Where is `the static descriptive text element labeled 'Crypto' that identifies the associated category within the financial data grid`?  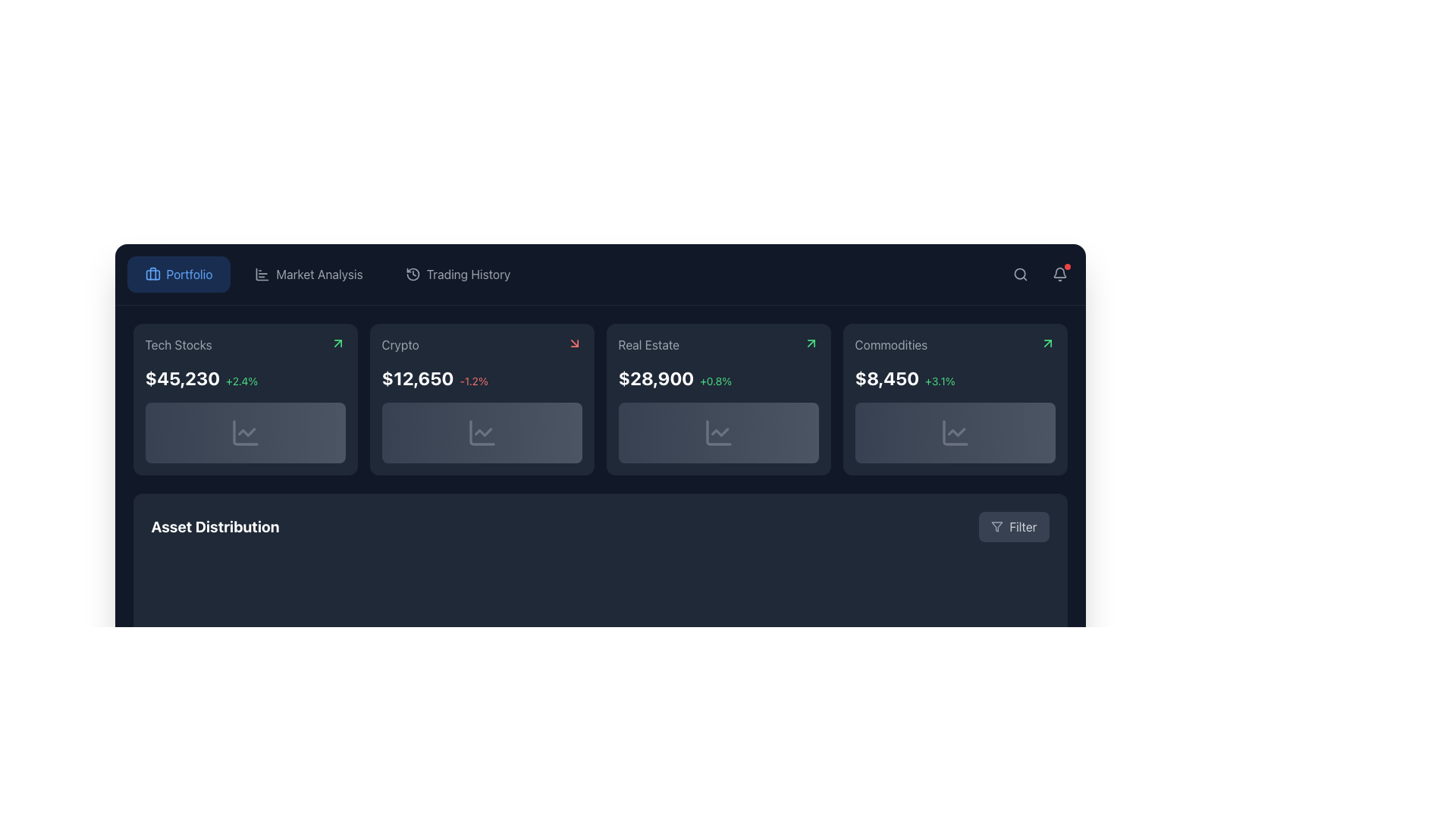 the static descriptive text element labeled 'Crypto' that identifies the associated category within the financial data grid is located at coordinates (400, 345).